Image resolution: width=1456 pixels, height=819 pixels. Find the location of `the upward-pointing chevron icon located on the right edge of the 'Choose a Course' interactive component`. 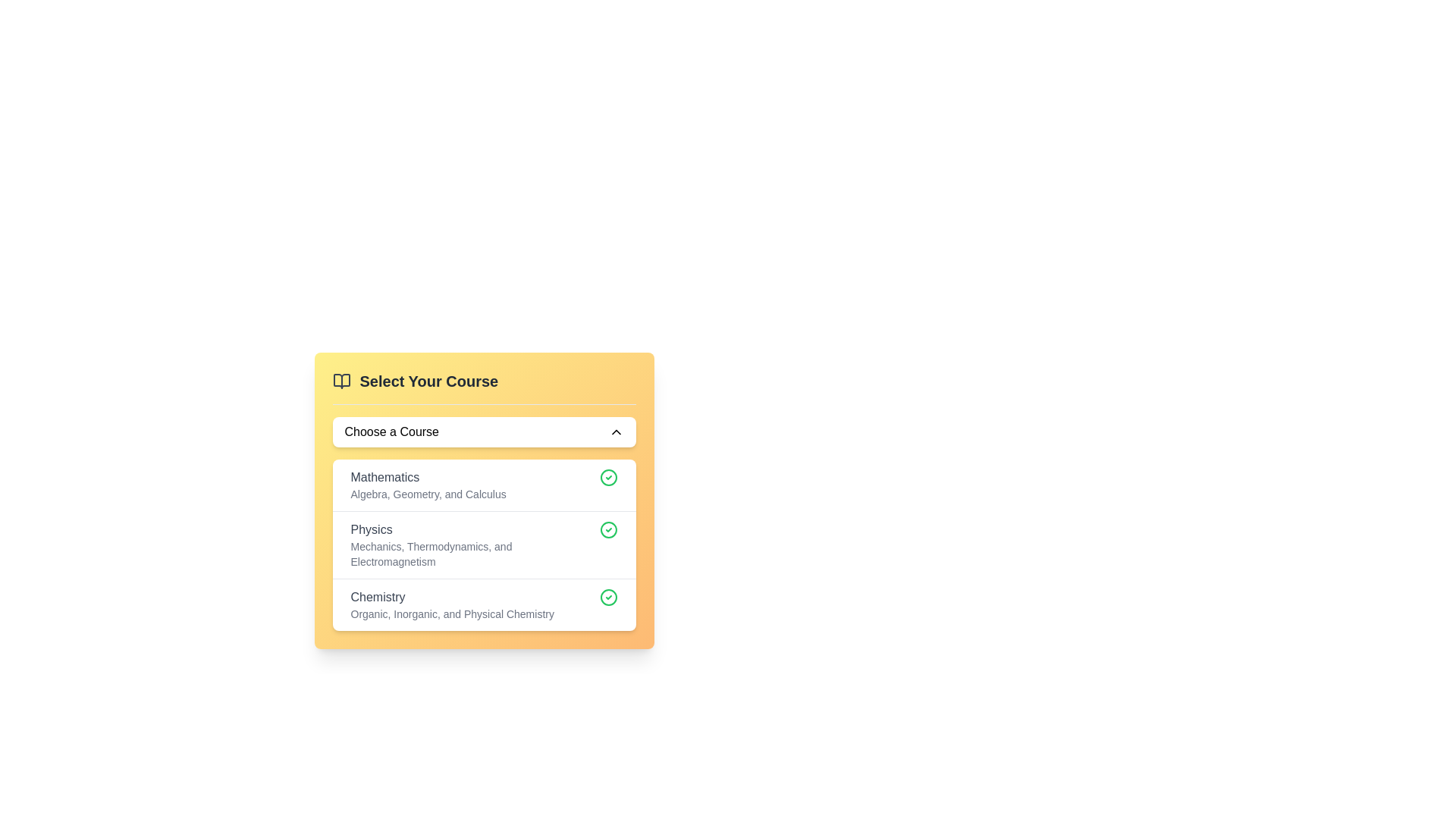

the upward-pointing chevron icon located on the right edge of the 'Choose a Course' interactive component is located at coordinates (616, 432).